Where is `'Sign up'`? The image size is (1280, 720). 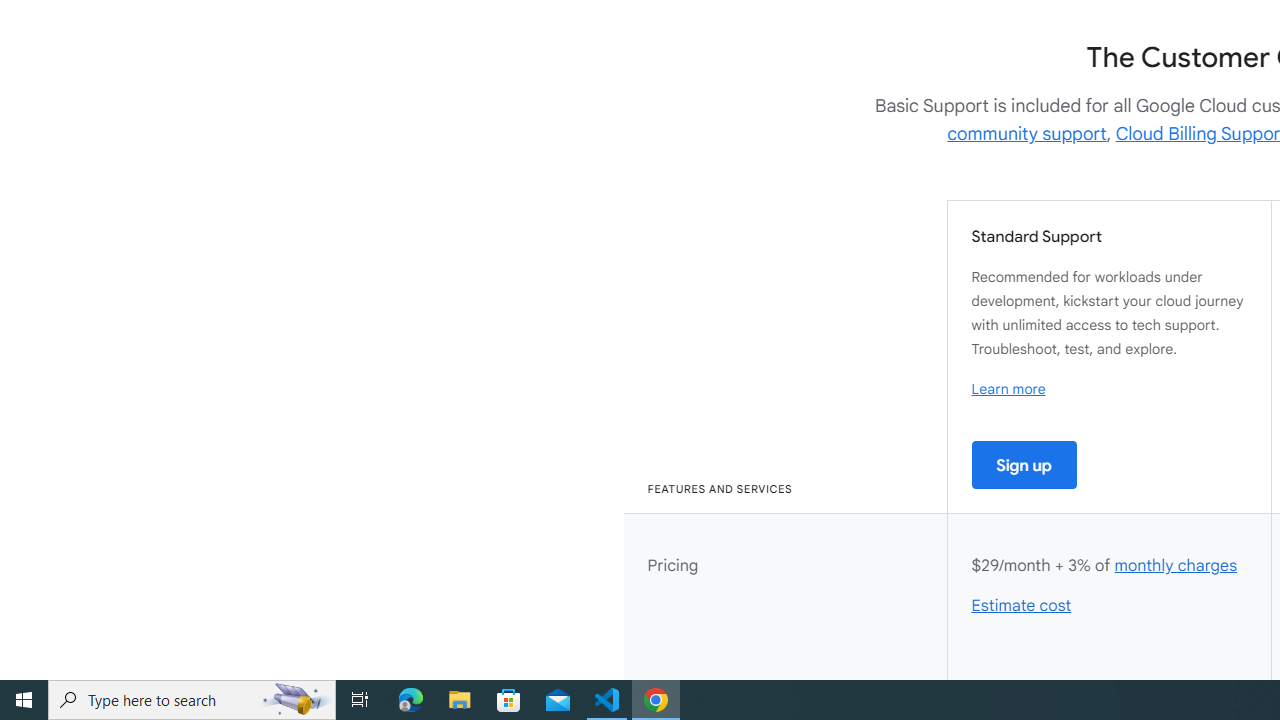
'Sign up' is located at coordinates (1024, 464).